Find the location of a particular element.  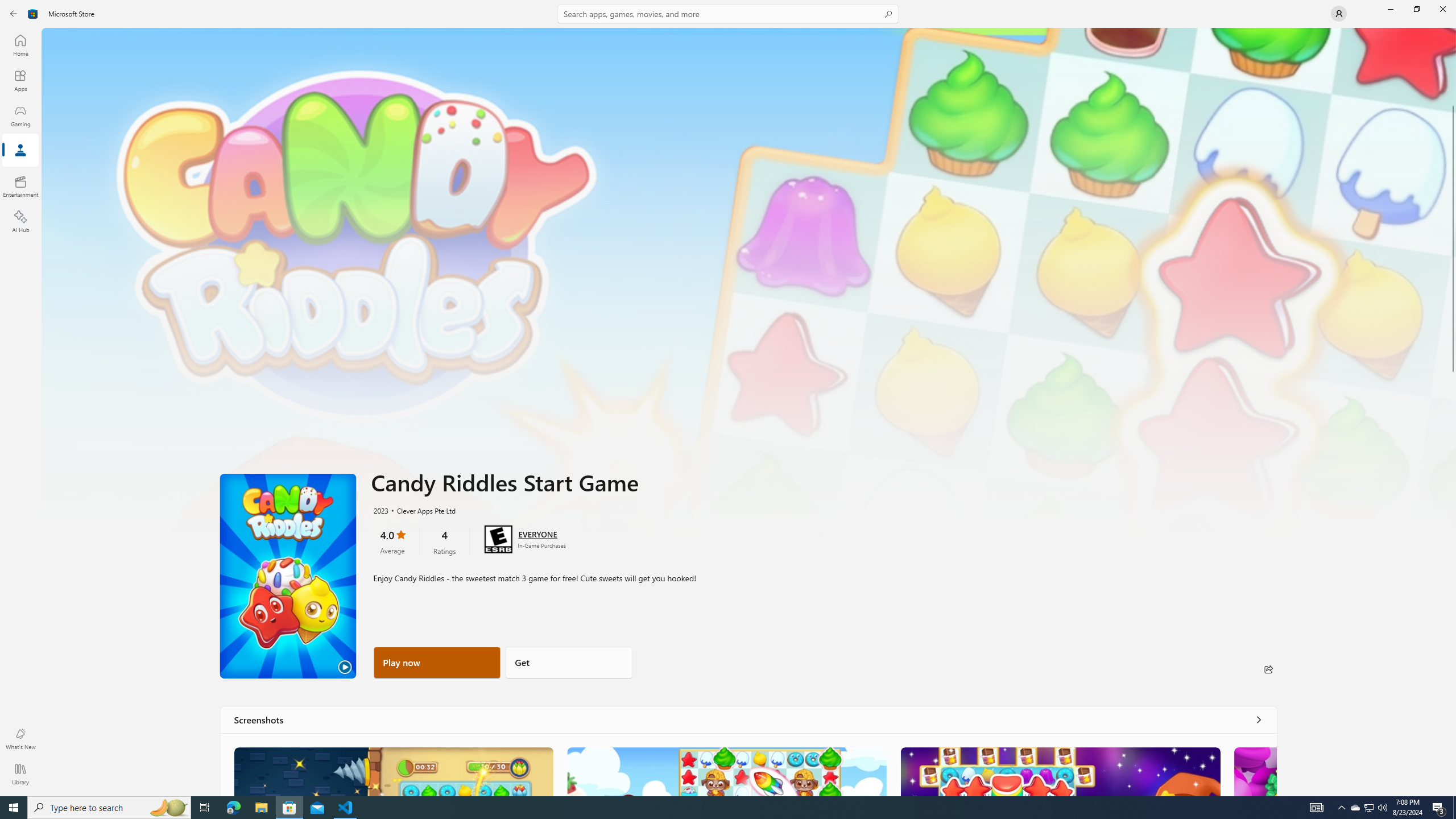

'Age rating: EVERYONE. Click for more information.' is located at coordinates (536, 533).